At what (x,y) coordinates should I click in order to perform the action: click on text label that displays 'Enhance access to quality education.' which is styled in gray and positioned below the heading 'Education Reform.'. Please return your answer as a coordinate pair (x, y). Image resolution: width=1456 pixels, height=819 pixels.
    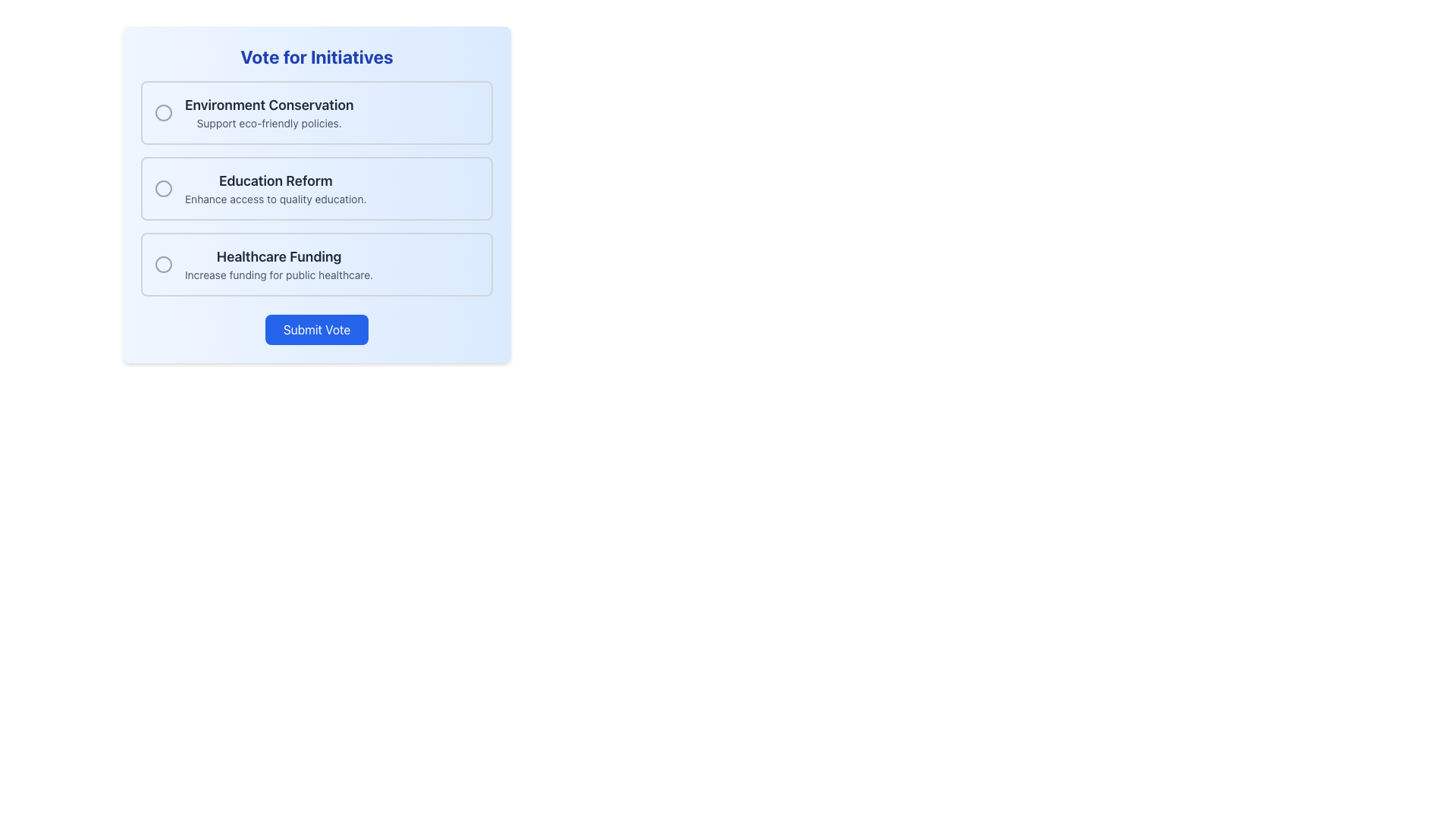
    Looking at the image, I should click on (275, 198).